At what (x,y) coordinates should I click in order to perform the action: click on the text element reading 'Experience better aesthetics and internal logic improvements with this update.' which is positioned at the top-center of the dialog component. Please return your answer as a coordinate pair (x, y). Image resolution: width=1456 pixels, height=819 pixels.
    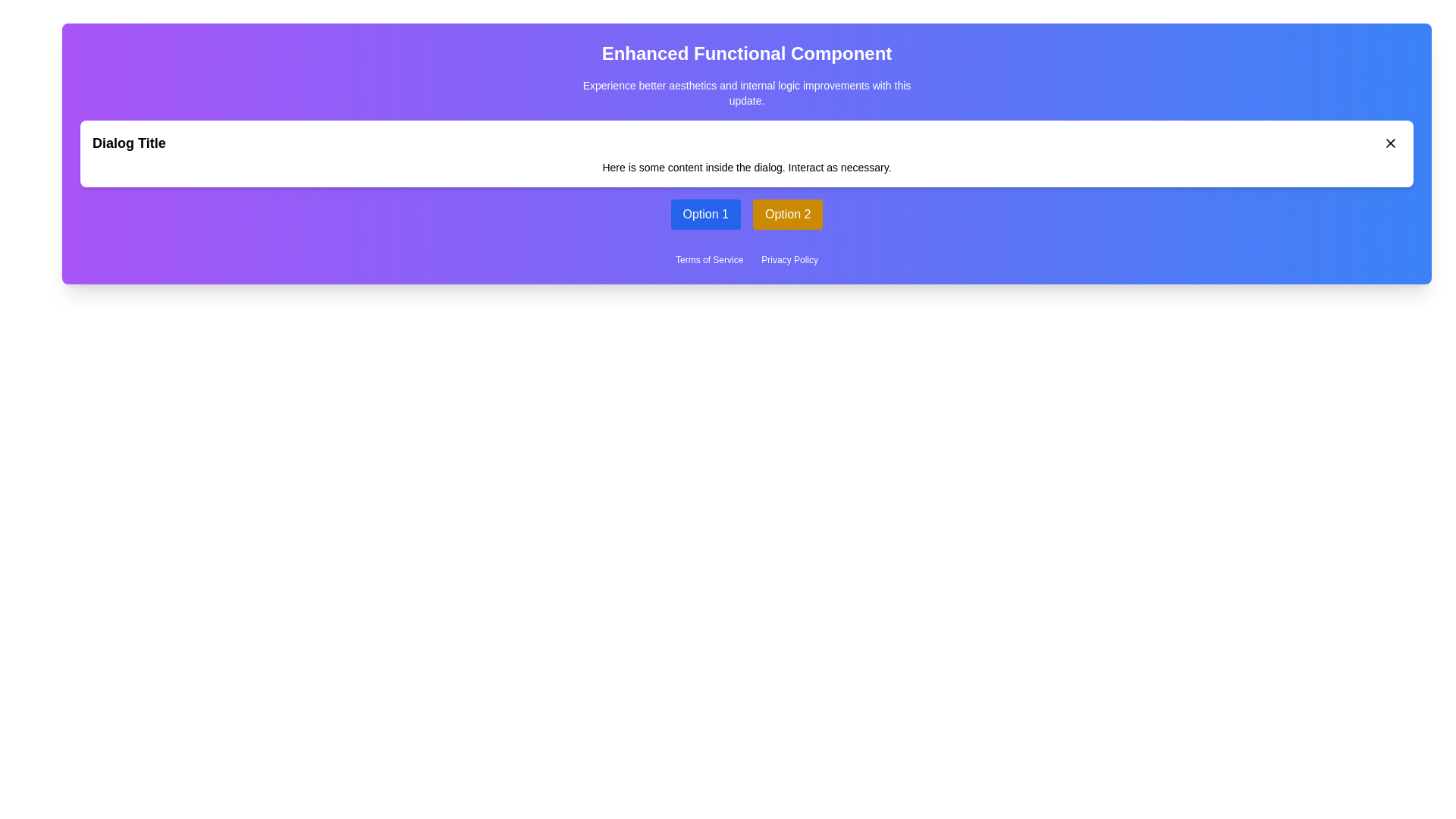
    Looking at the image, I should click on (746, 93).